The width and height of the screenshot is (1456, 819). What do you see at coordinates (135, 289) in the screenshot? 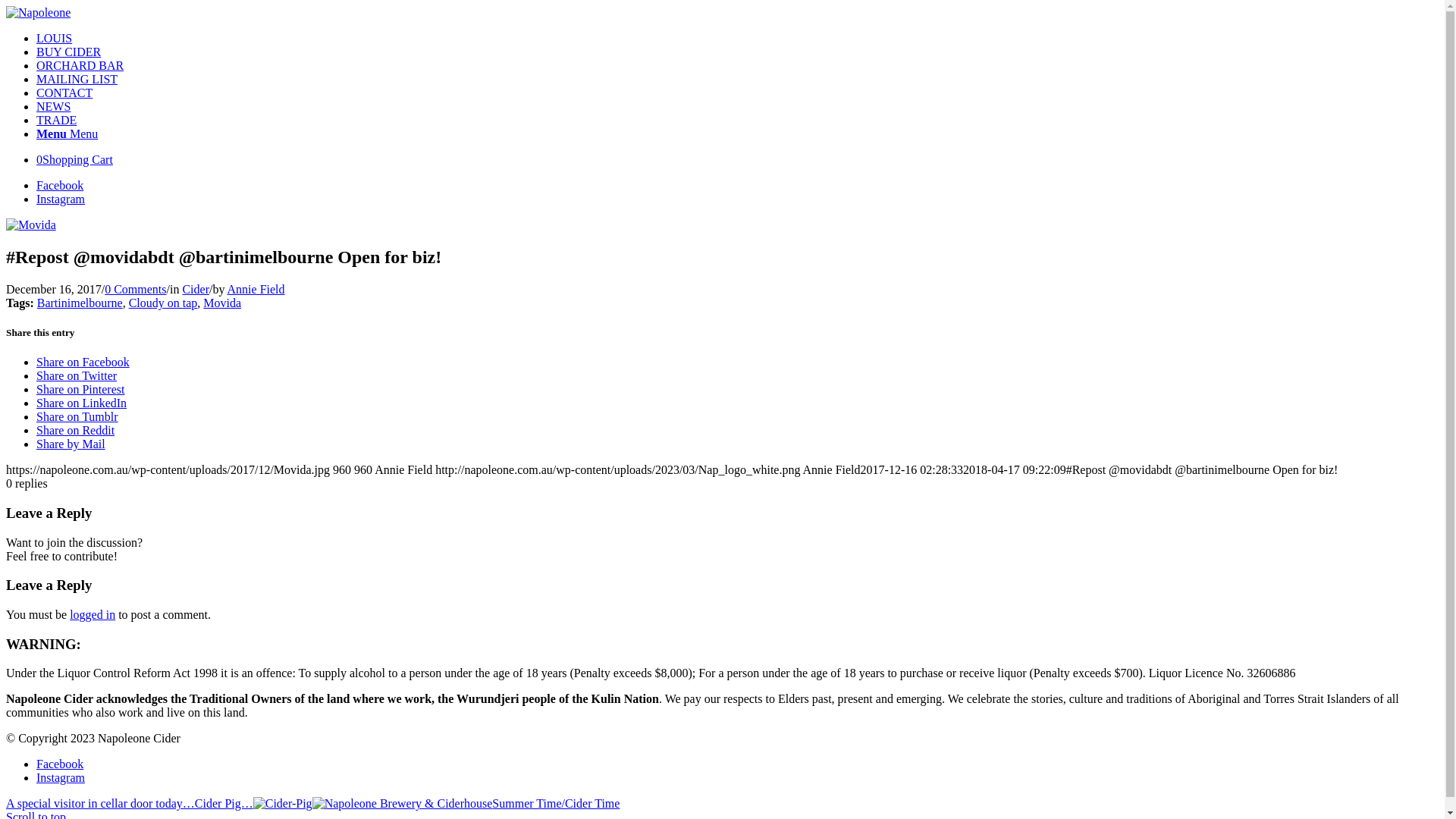
I see `'0 Comments'` at bounding box center [135, 289].